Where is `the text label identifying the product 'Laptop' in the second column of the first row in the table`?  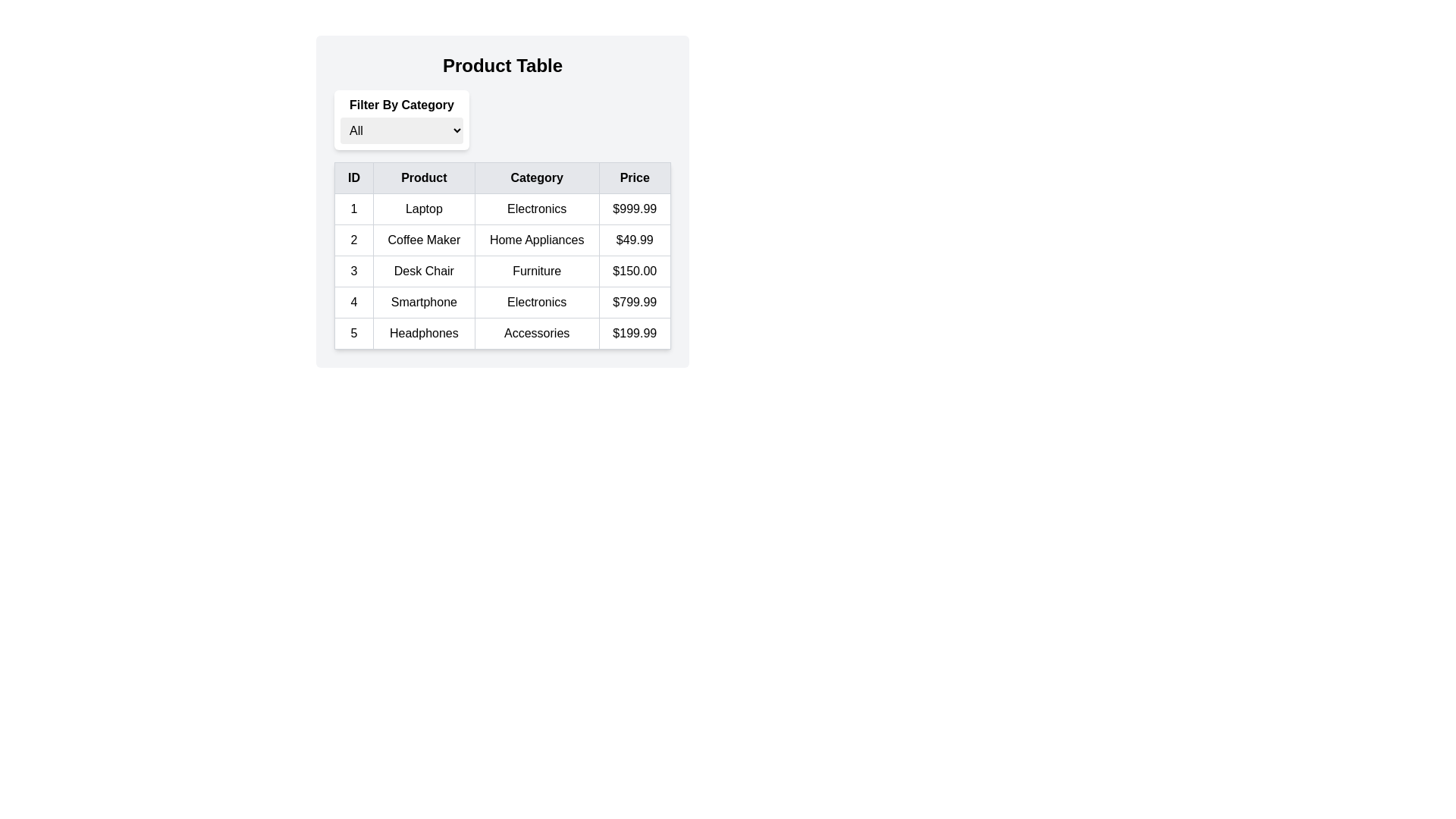 the text label identifying the product 'Laptop' in the second column of the first row in the table is located at coordinates (424, 209).